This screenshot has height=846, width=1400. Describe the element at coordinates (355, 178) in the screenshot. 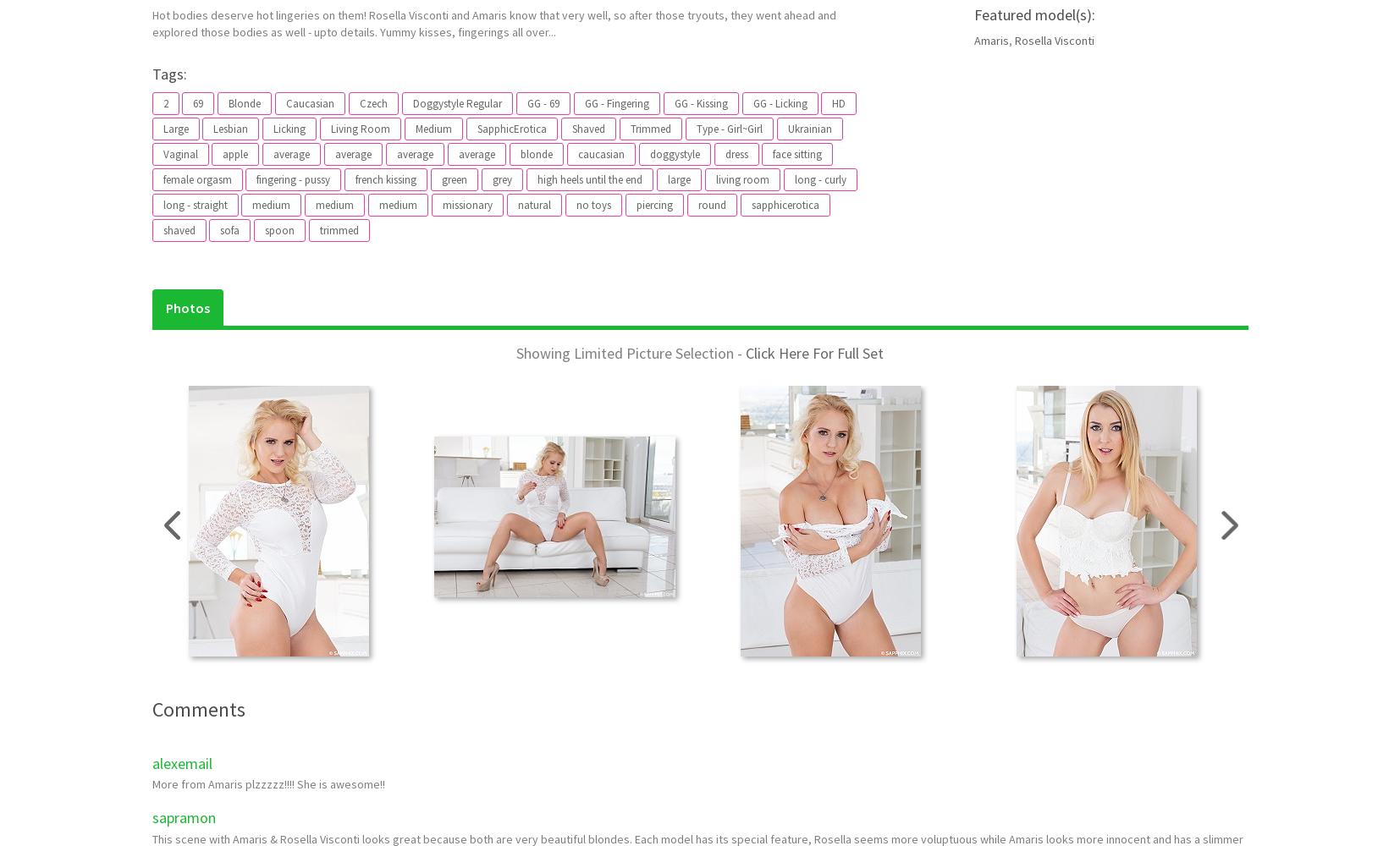

I see `'french kissing'` at that location.